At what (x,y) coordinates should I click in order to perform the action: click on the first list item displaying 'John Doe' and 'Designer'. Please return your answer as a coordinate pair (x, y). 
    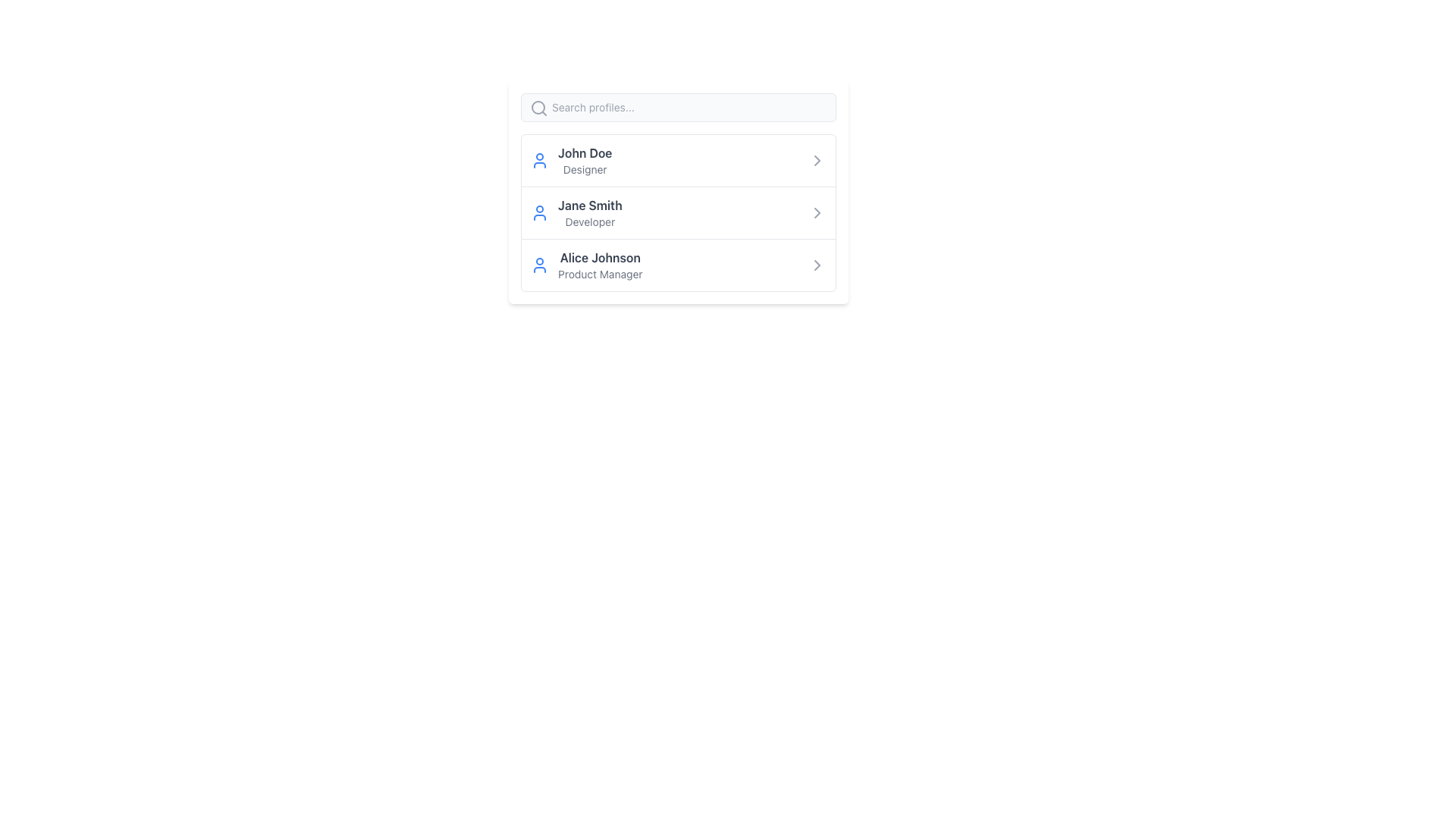
    Looking at the image, I should click on (584, 161).